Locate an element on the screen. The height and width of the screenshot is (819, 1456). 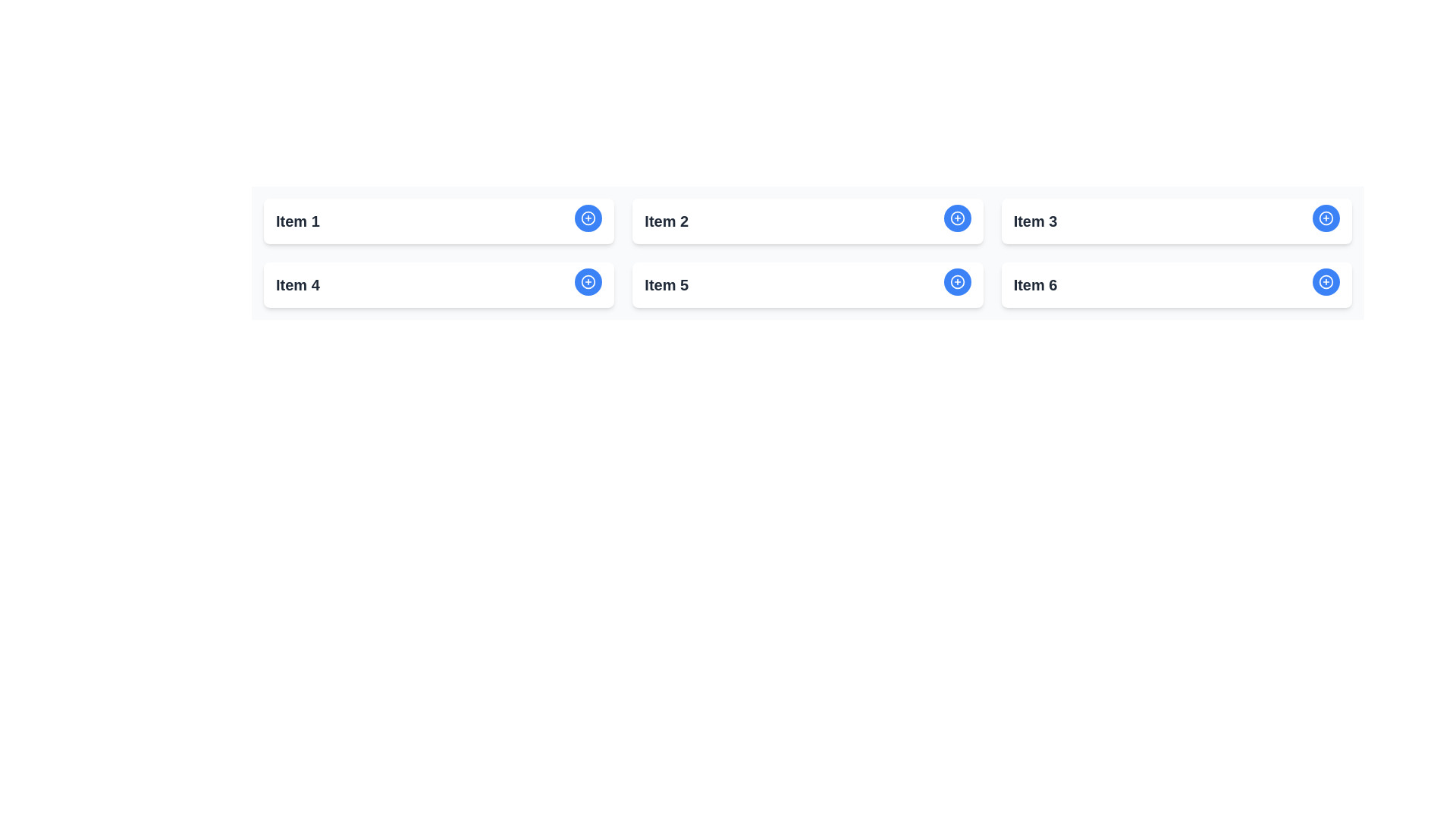
the circular icon button with a blue background and a white '+' symbol is located at coordinates (956, 281).